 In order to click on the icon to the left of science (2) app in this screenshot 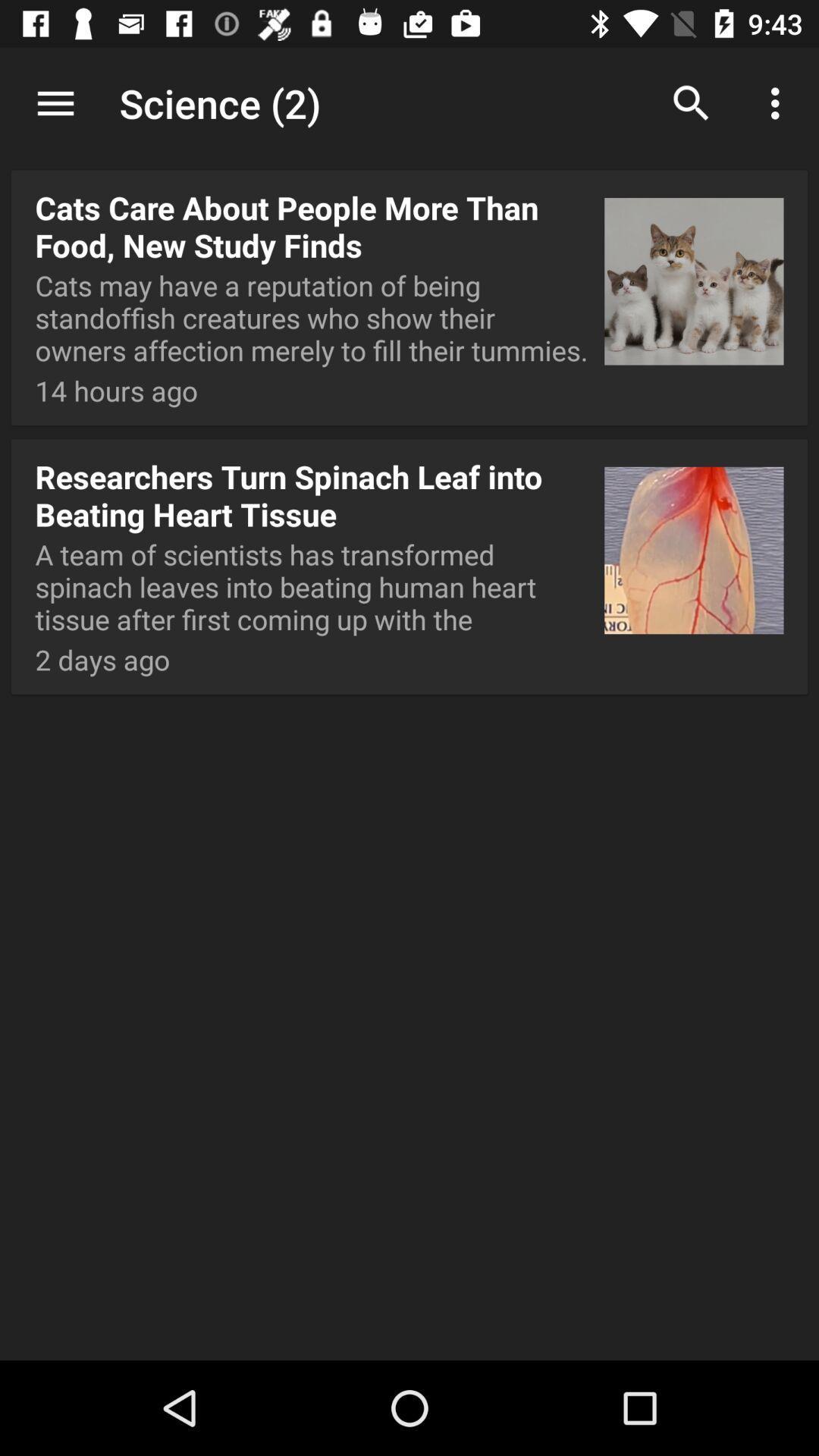, I will do `click(55, 102)`.